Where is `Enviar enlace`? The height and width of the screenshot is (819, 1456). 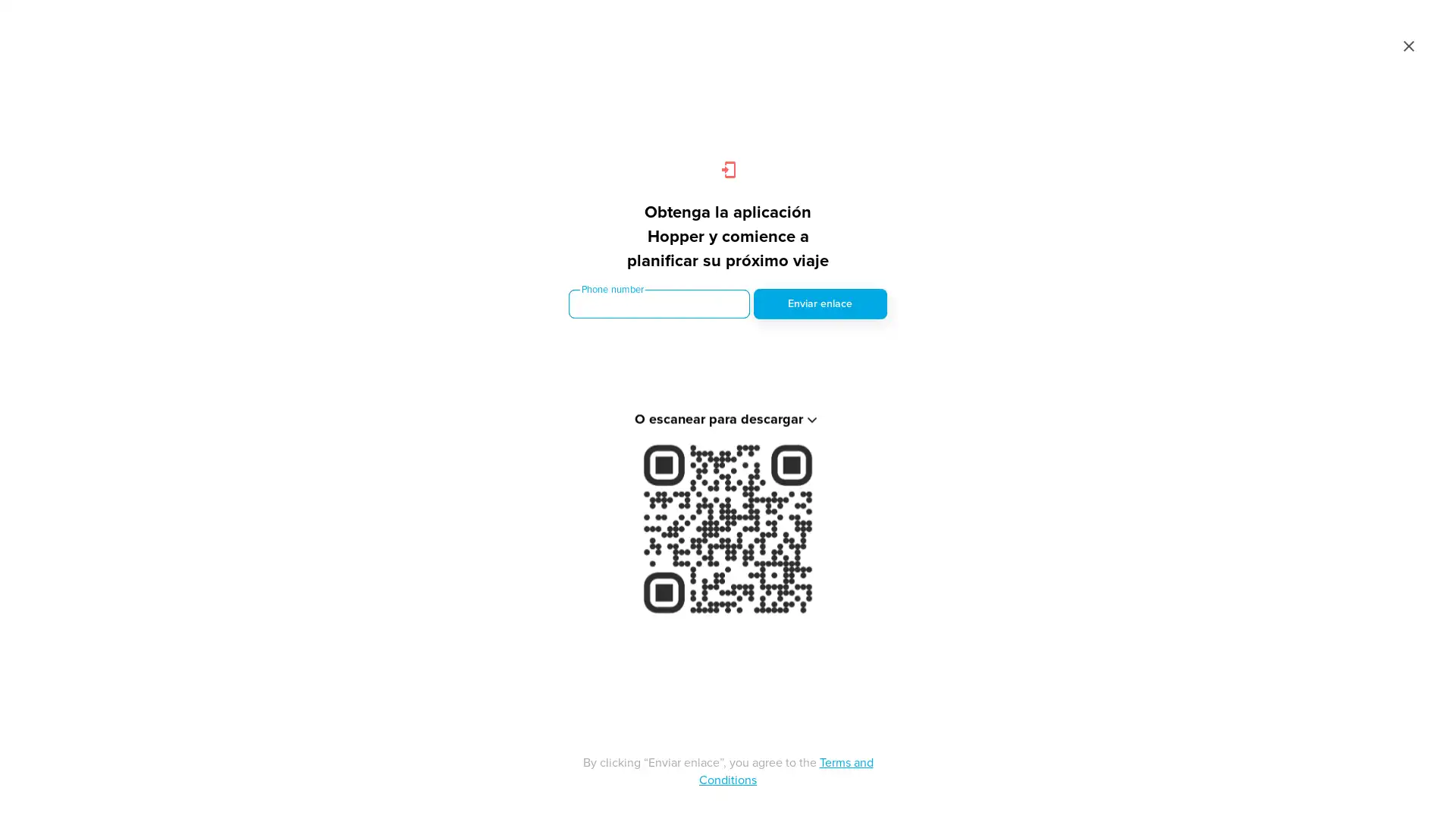
Enviar enlace is located at coordinates (819, 304).